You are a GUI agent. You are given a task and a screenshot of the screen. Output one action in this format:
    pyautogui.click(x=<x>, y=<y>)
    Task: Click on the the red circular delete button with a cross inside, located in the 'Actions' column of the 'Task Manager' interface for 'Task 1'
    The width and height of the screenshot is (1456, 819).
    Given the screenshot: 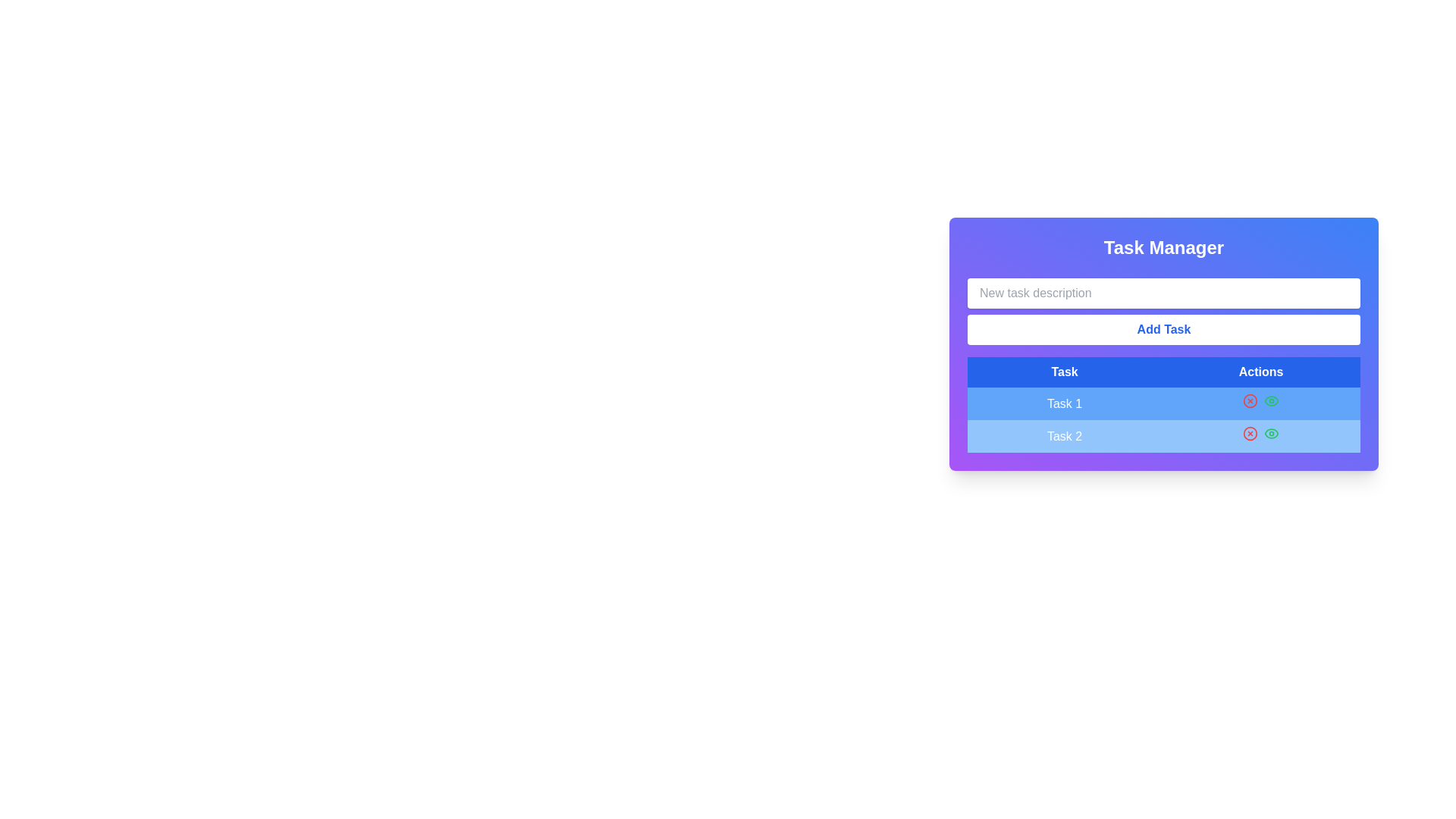 What is the action you would take?
    pyautogui.click(x=1250, y=400)
    